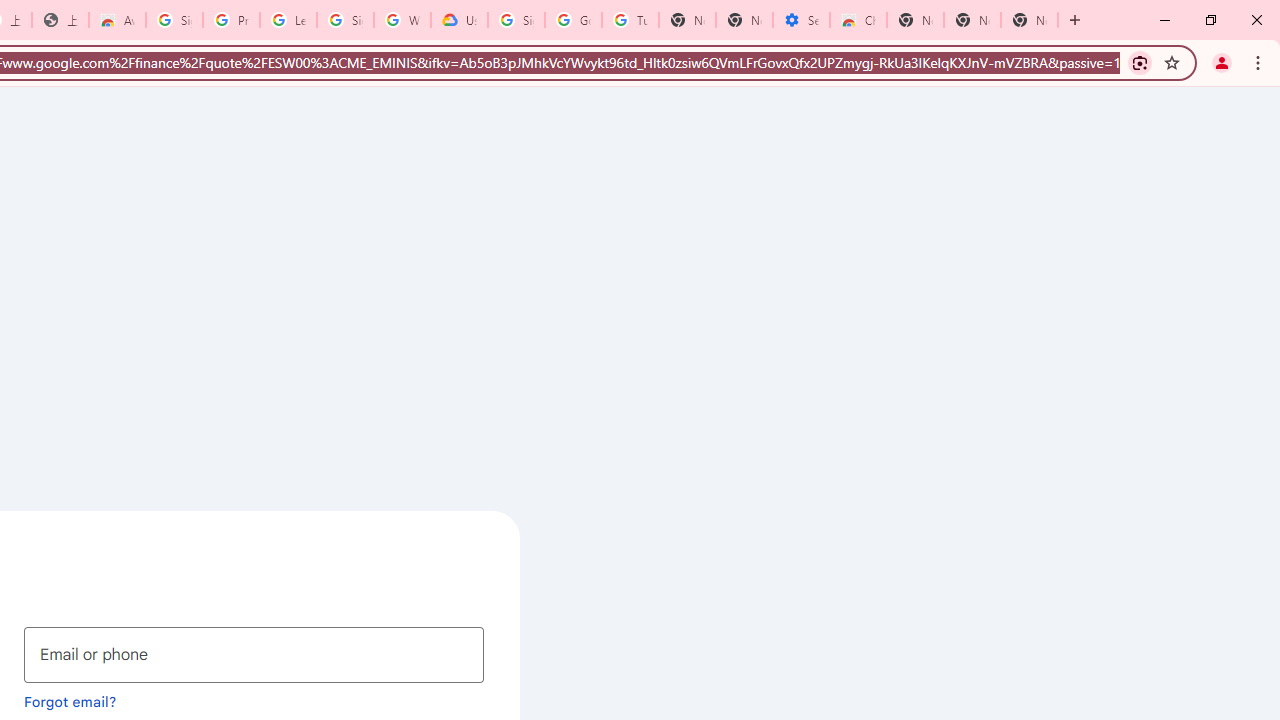  What do you see at coordinates (253, 654) in the screenshot?
I see `'Email or phone'` at bounding box center [253, 654].